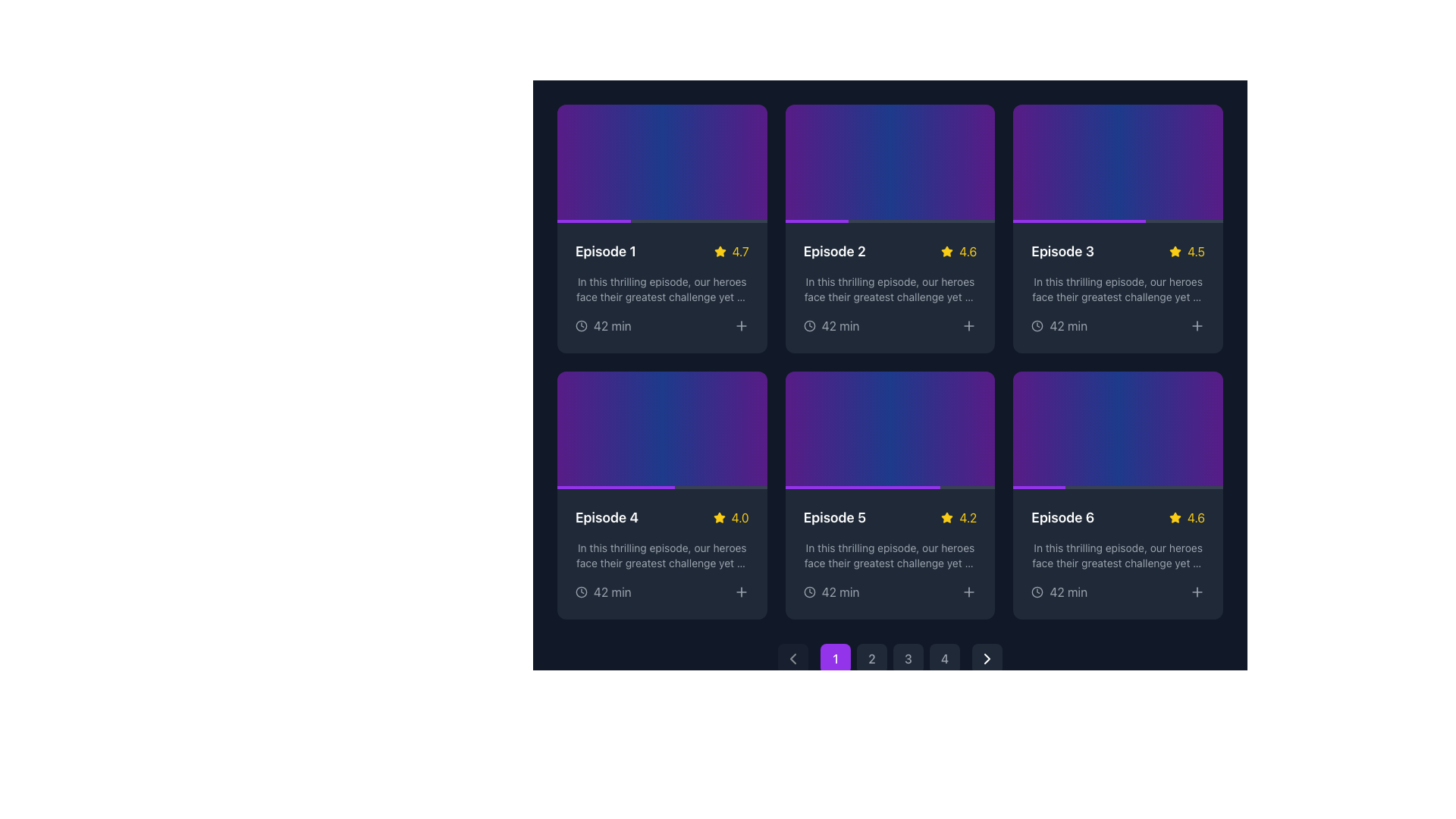 This screenshot has width=1456, height=819. I want to click on the circular clock-shaped graphic icon located in the bottom-left corner of the fourth card, which visually represents time-related information for the '42 min' label, so click(581, 591).